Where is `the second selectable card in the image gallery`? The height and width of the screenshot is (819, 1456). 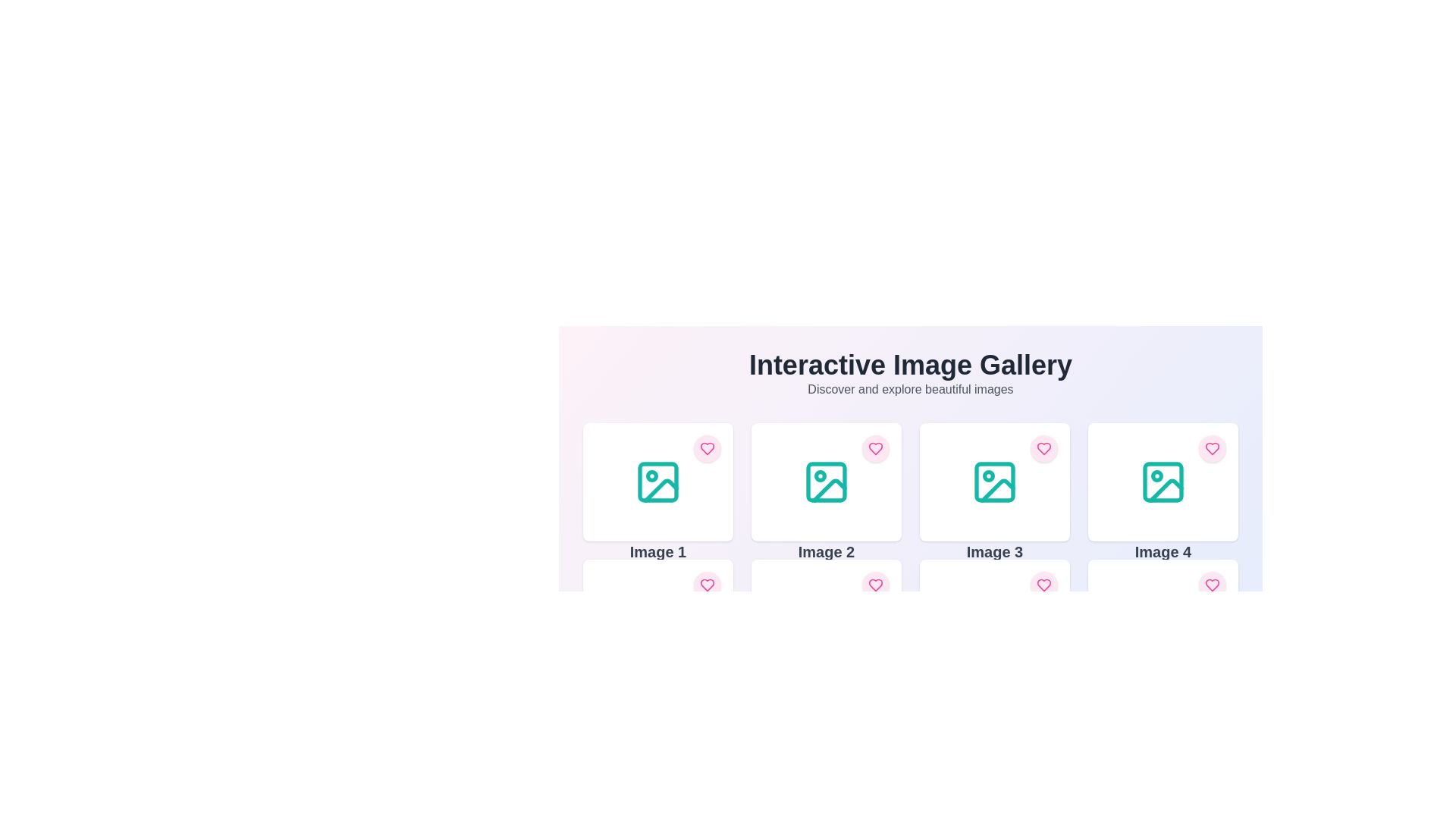 the second selectable card in the image gallery is located at coordinates (825, 482).